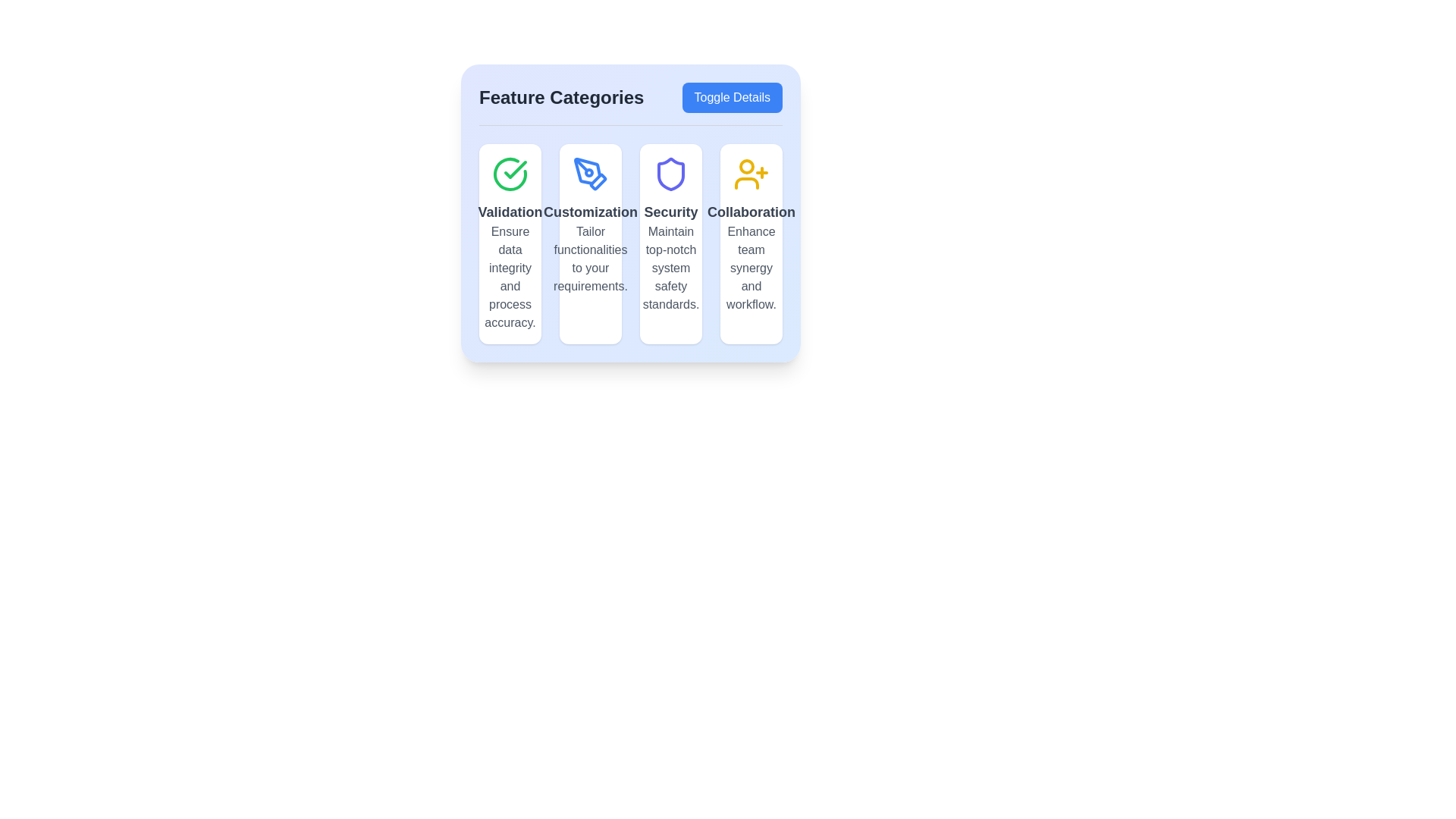  I want to click on the 'Security' text label, which is styled in bold, medium-large dark gray font and positioned under a shield icon within a feature card, so click(670, 212).